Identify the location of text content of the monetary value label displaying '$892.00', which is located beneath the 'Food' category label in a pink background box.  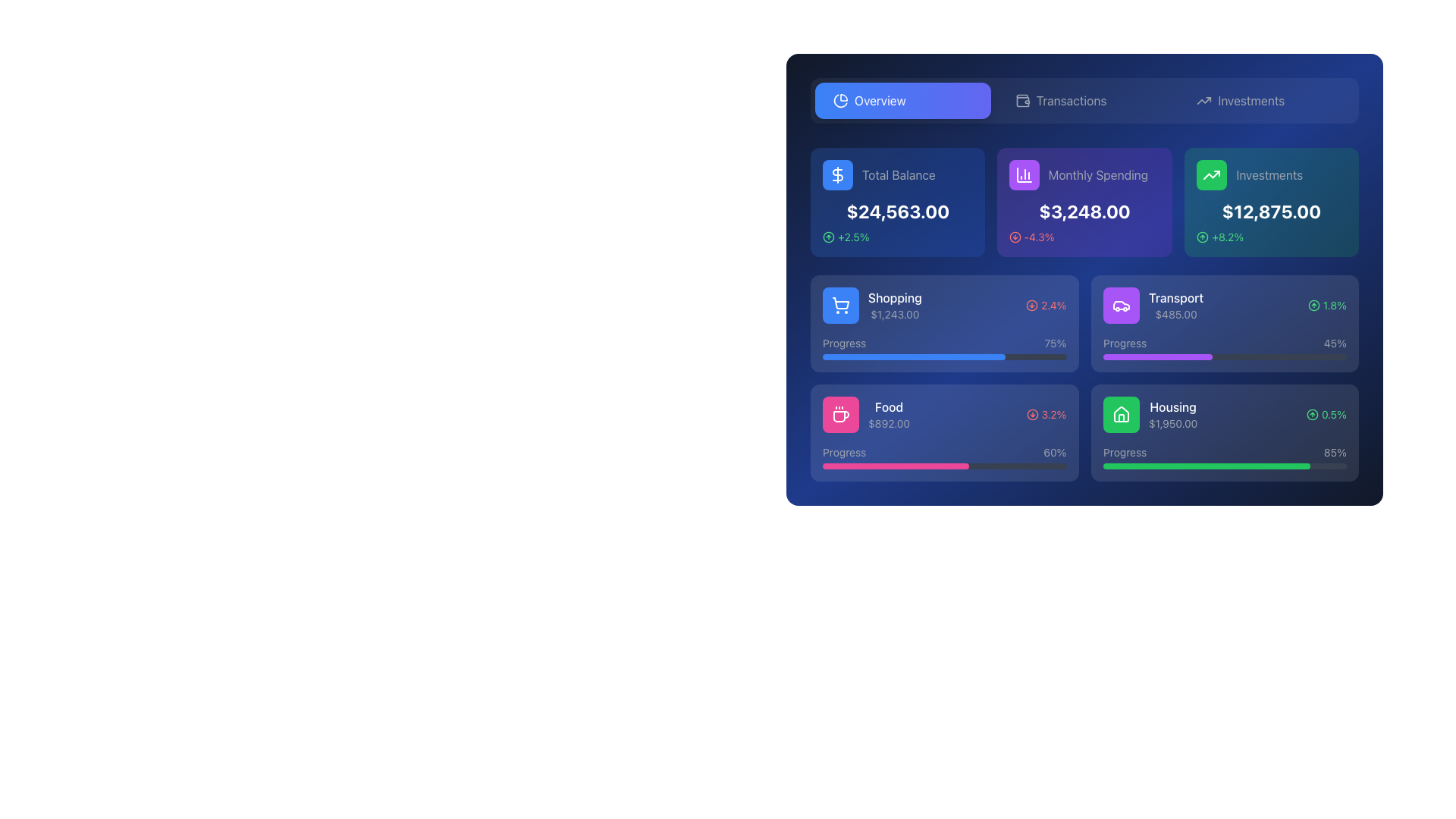
(889, 424).